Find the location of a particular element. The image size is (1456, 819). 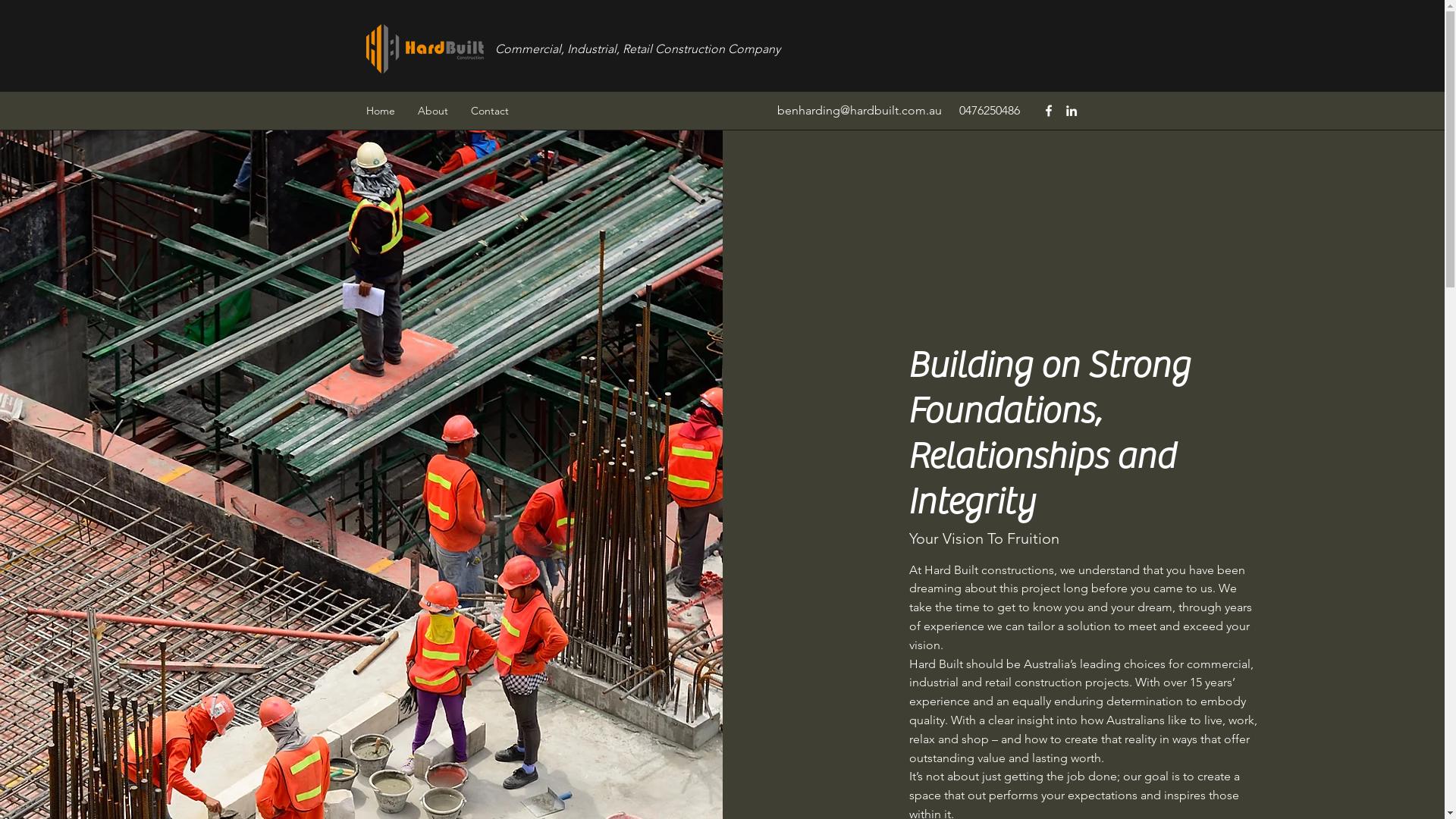

'Home' is located at coordinates (353, 110).